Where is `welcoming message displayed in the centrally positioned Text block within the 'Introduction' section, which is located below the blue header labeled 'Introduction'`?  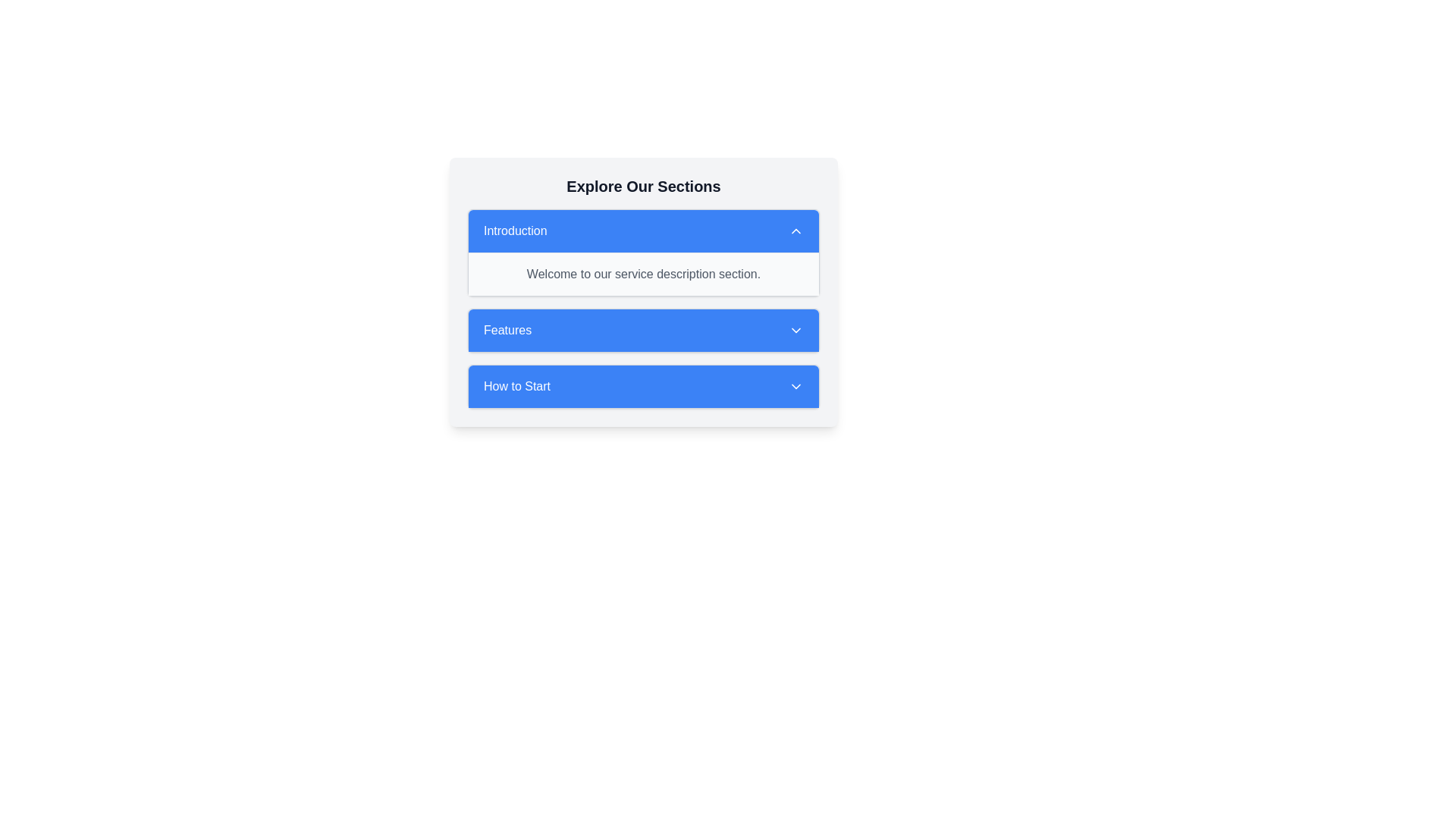 welcoming message displayed in the centrally positioned Text block within the 'Introduction' section, which is located below the blue header labeled 'Introduction' is located at coordinates (644, 275).